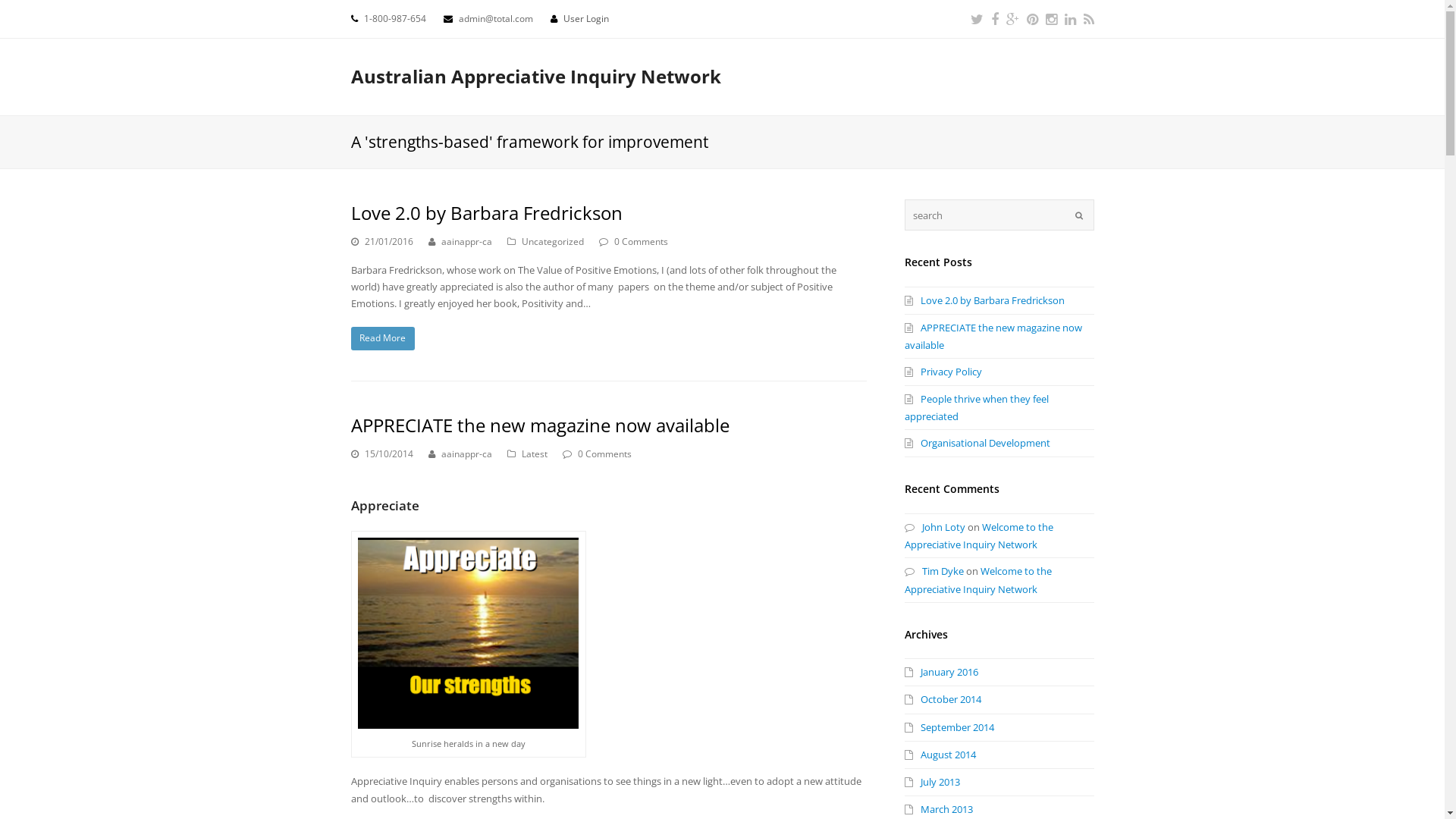 This screenshot has width=1456, height=819. What do you see at coordinates (977, 18) in the screenshot?
I see `'Twitter'` at bounding box center [977, 18].